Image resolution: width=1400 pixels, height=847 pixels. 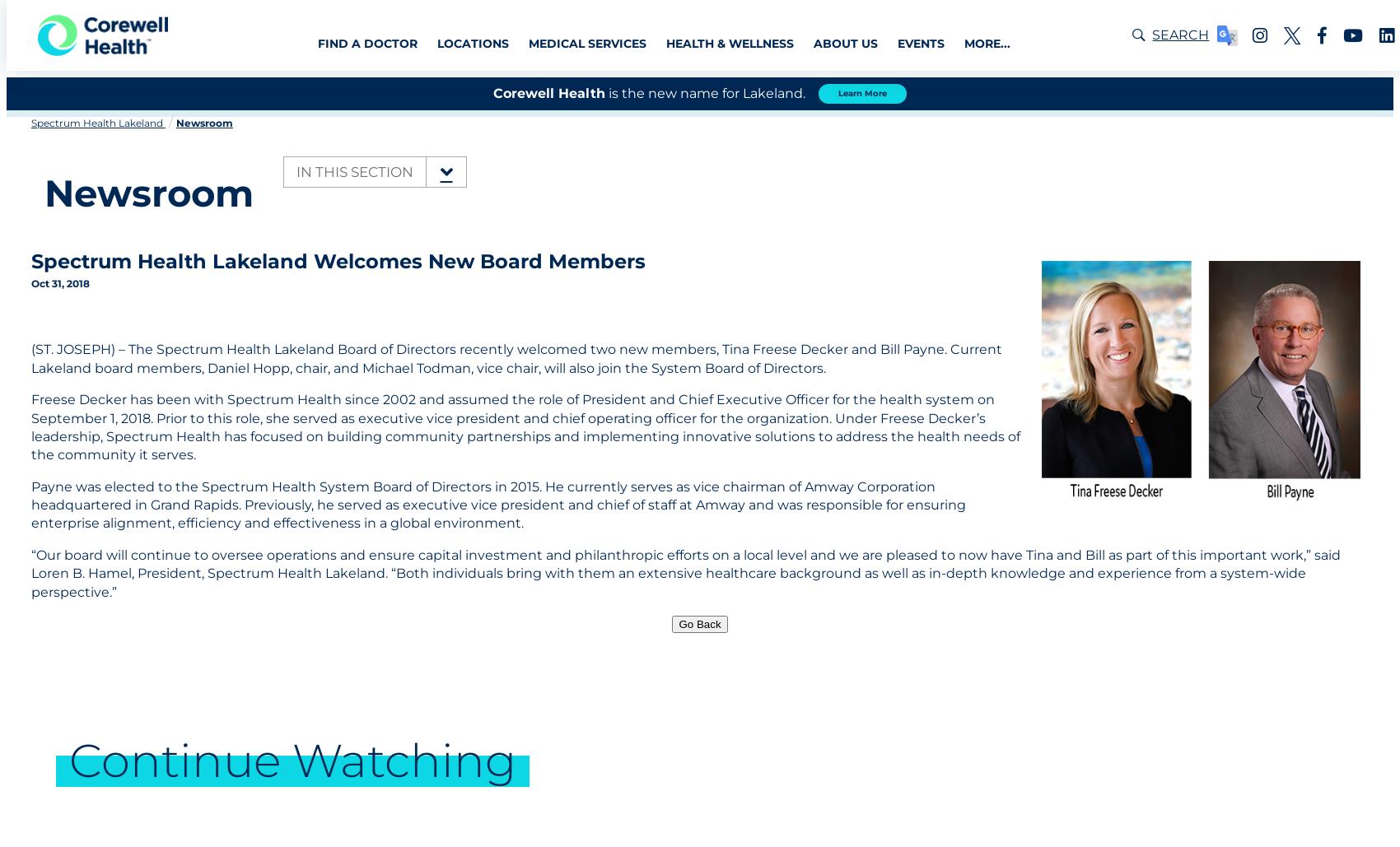 What do you see at coordinates (843, 43) in the screenshot?
I see `'About Us'` at bounding box center [843, 43].